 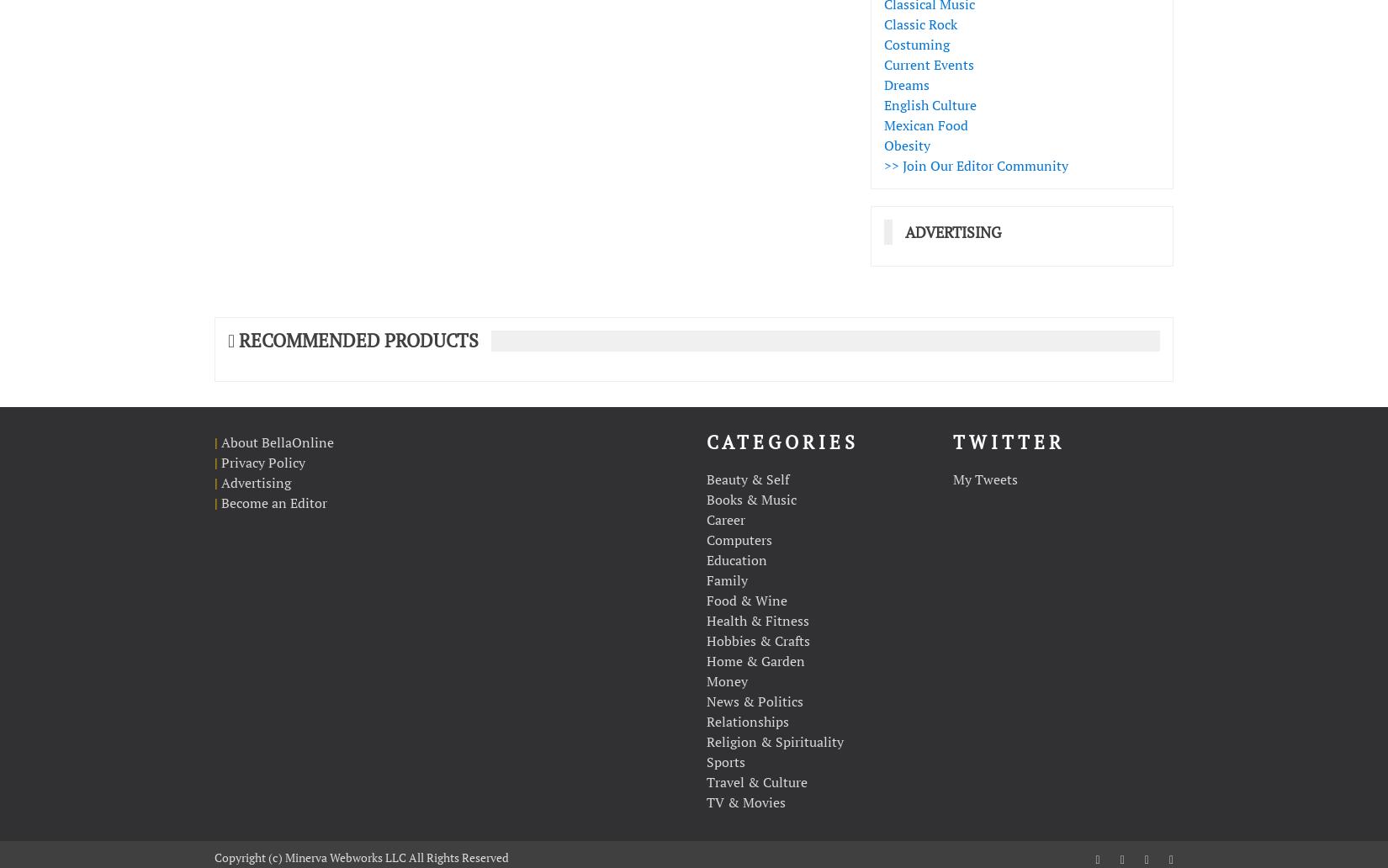 What do you see at coordinates (751, 498) in the screenshot?
I see `'Books & Music'` at bounding box center [751, 498].